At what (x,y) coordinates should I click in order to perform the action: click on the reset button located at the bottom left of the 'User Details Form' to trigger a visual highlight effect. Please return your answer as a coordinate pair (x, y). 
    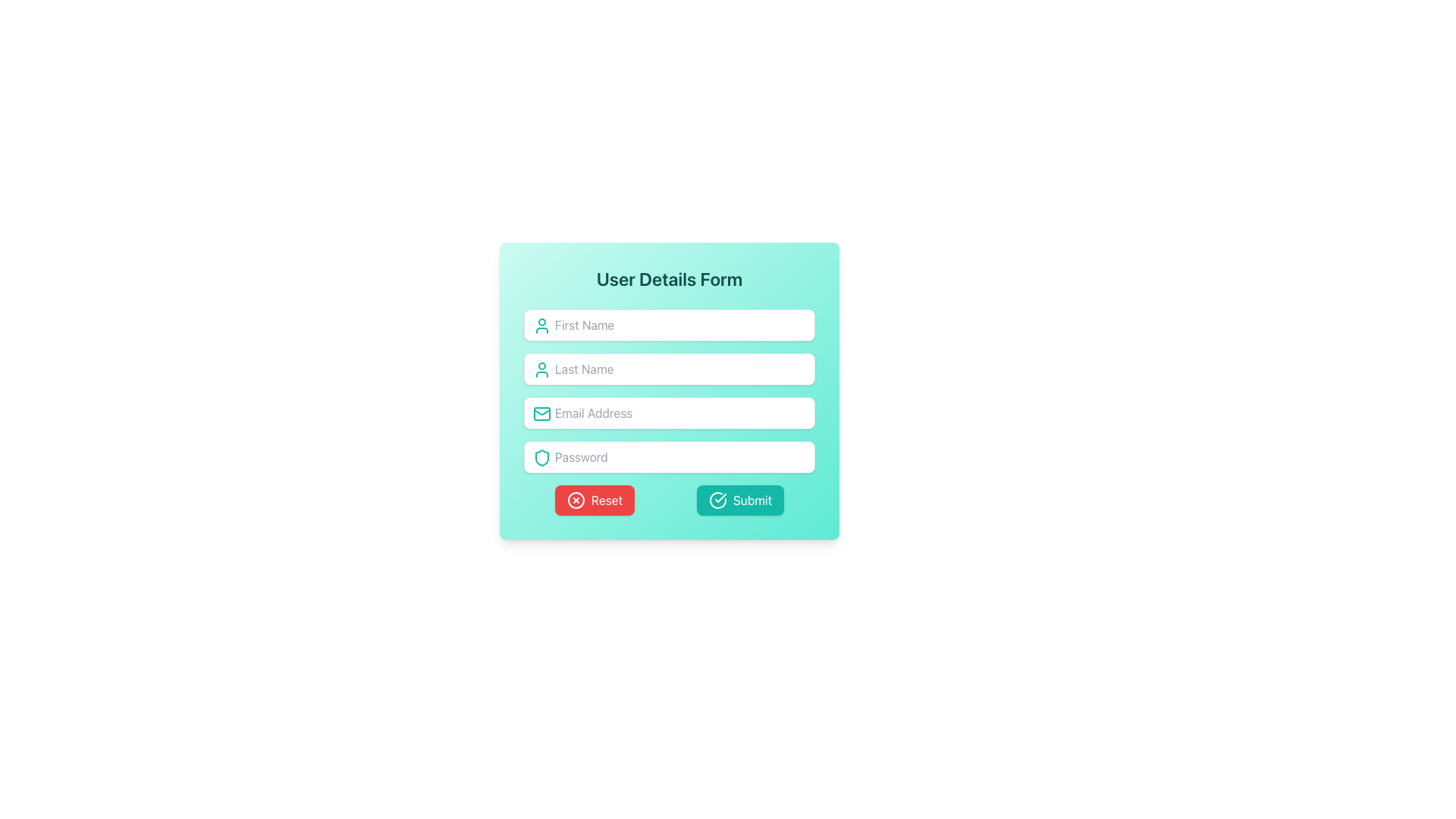
    Looking at the image, I should click on (594, 500).